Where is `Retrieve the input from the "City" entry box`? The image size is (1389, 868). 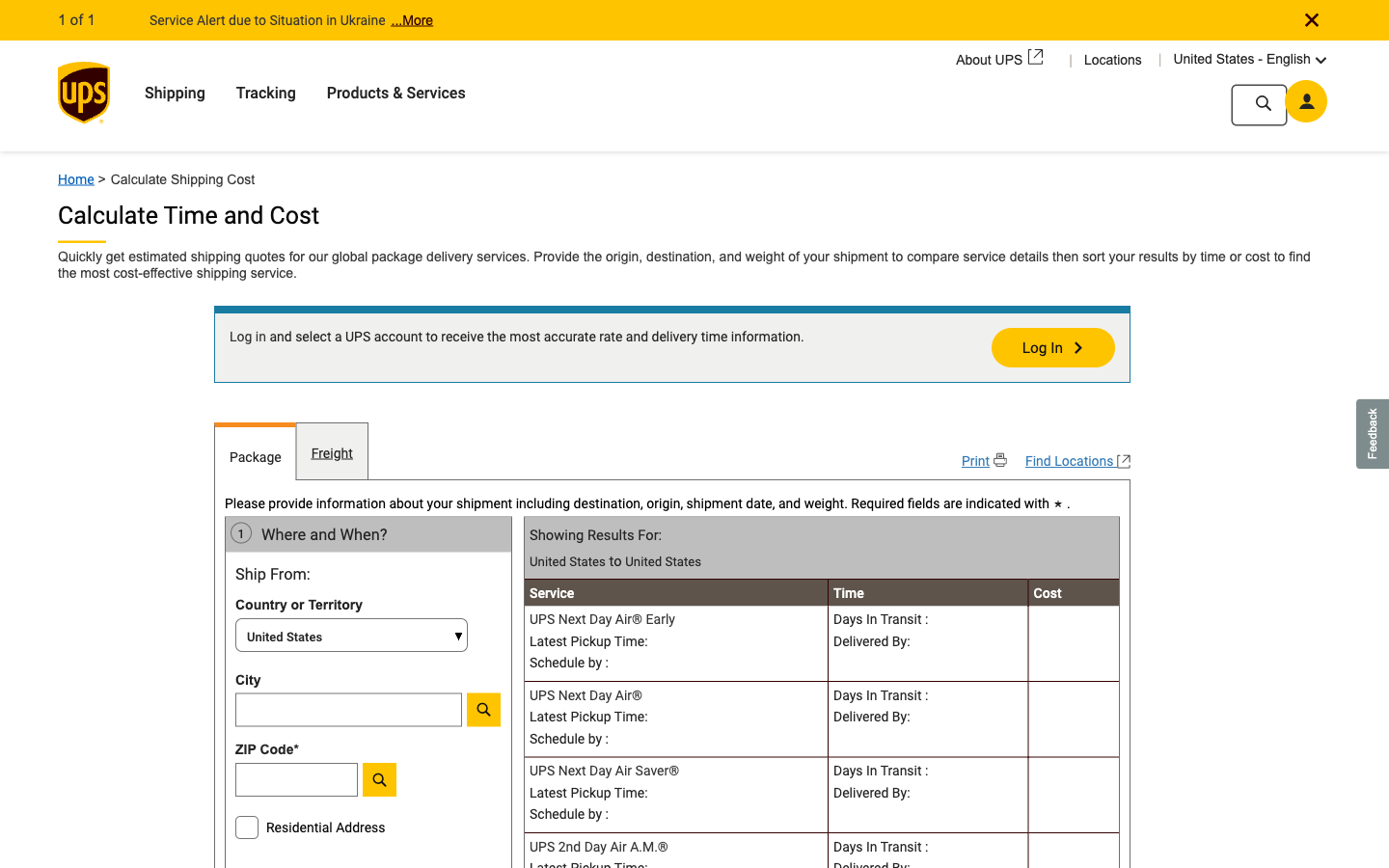 Retrieve the input from the "City" entry box is located at coordinates (350, 708).